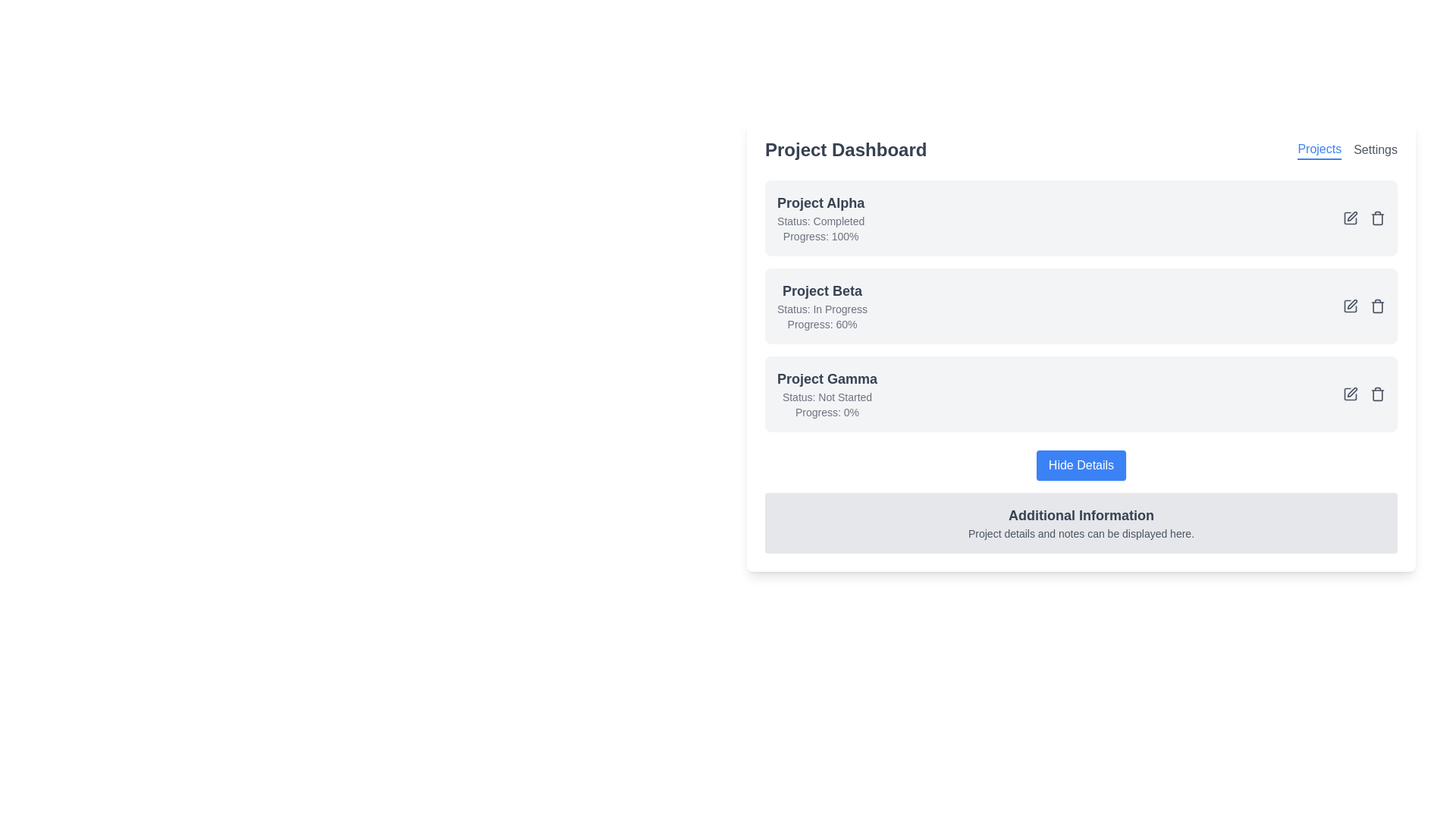 This screenshot has width=1456, height=819. What do you see at coordinates (1352, 216) in the screenshot?
I see `the edit icon button located at the top-right of the first project card to initiate editing` at bounding box center [1352, 216].